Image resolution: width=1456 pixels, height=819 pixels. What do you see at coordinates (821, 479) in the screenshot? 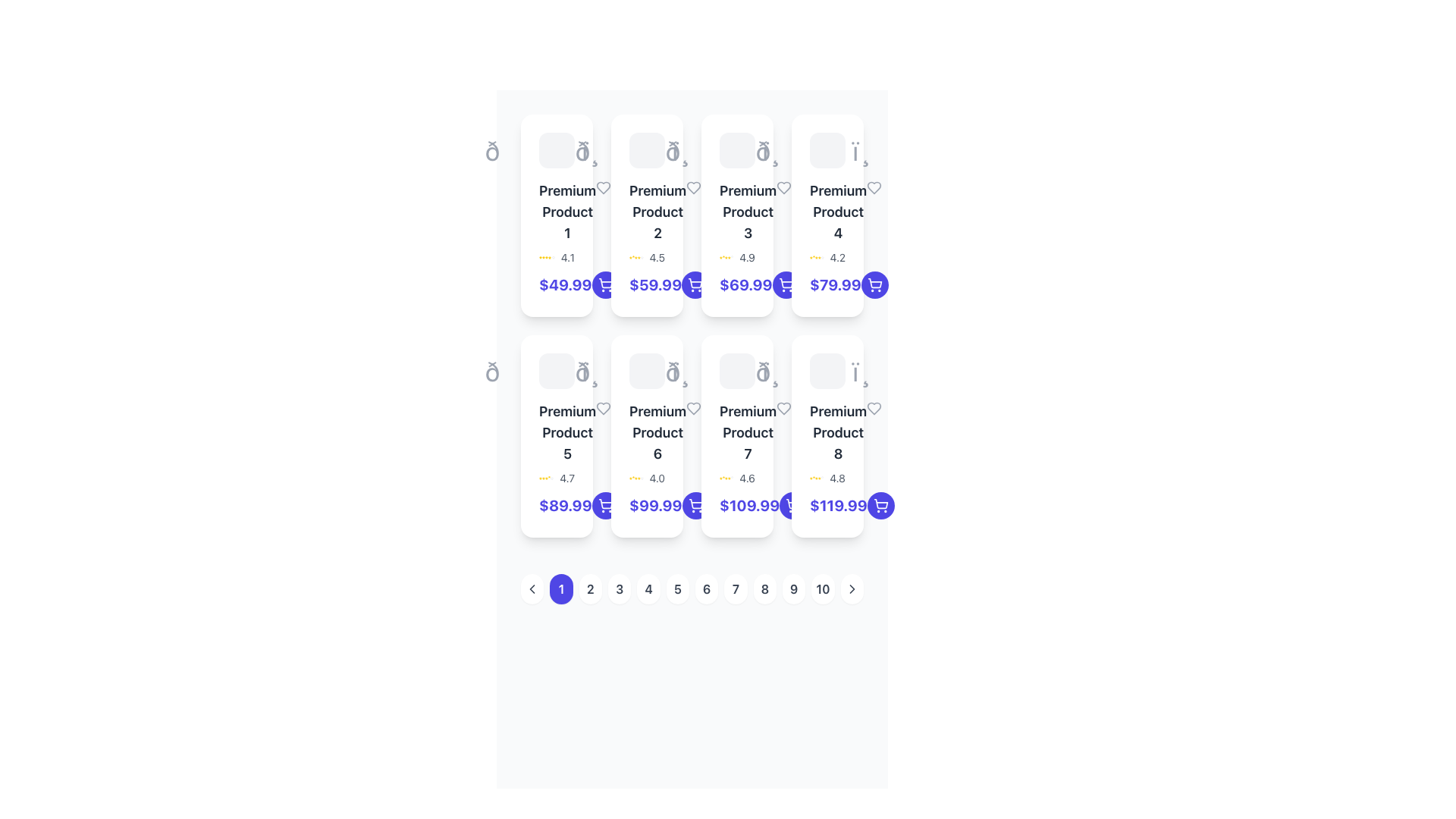
I see `the fifth star icon in the rating section for the product labeled 'Premium Product 8', which is currently in an inactive state and appears gray with an outlined style` at bounding box center [821, 479].